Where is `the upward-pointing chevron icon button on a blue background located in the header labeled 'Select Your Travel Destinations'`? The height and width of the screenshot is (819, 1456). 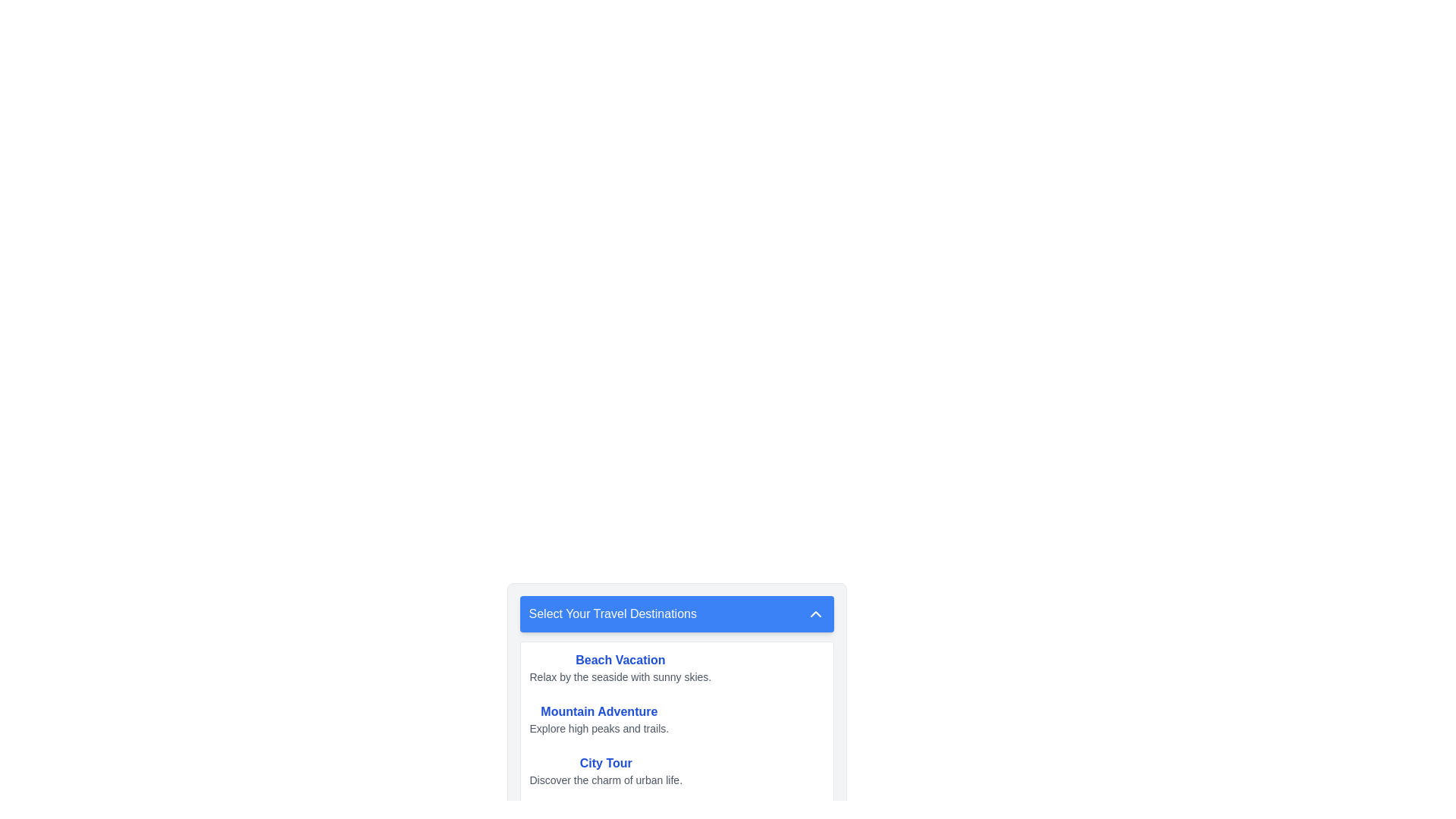 the upward-pointing chevron icon button on a blue background located in the header labeled 'Select Your Travel Destinations' is located at coordinates (814, 614).